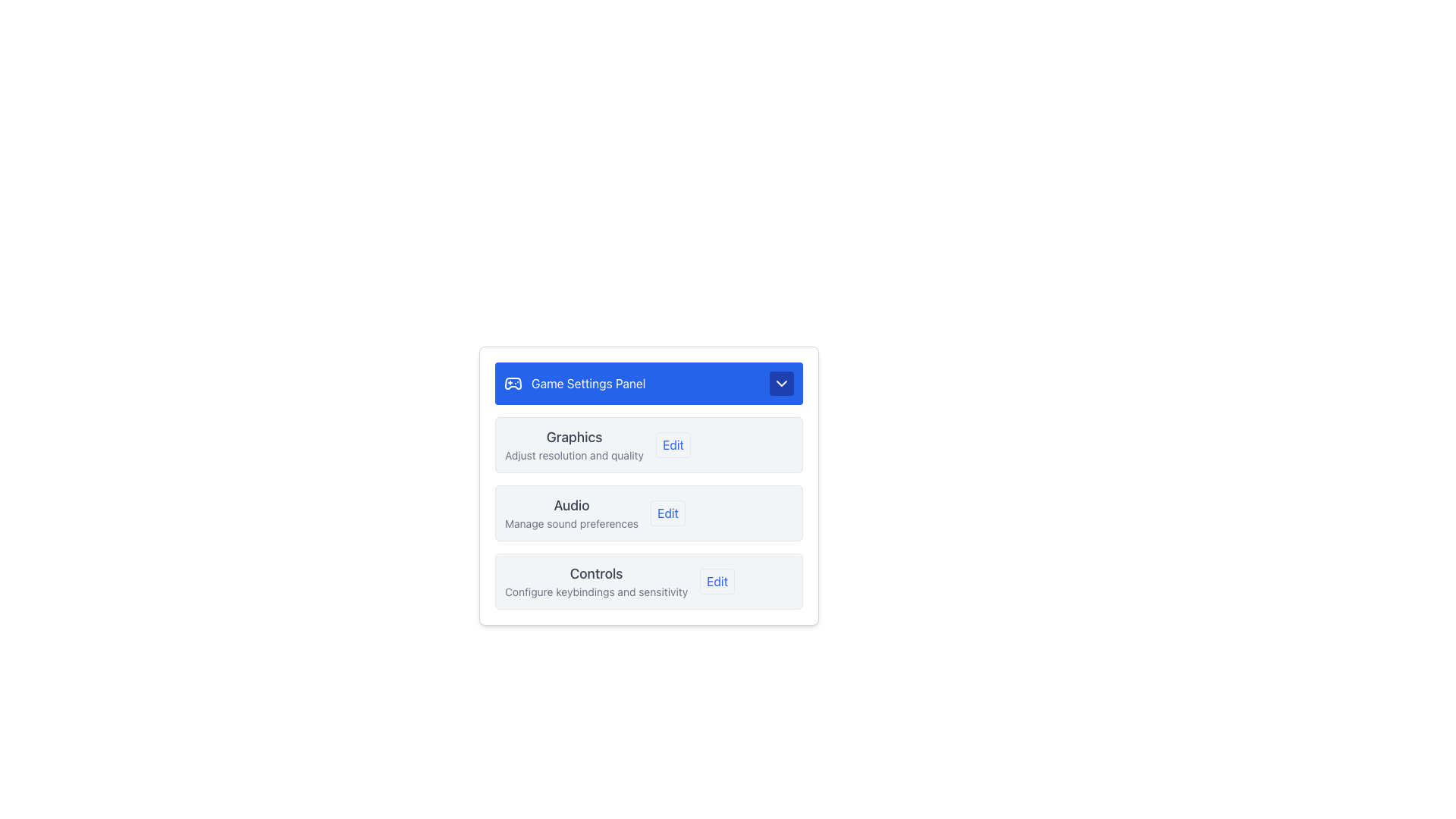 This screenshot has width=1456, height=819. What do you see at coordinates (573, 444) in the screenshot?
I see `the 'Adjust resolution and quality' text label in the 'Graphics' settings category, which is the first entry in the vertical settings panel` at bounding box center [573, 444].